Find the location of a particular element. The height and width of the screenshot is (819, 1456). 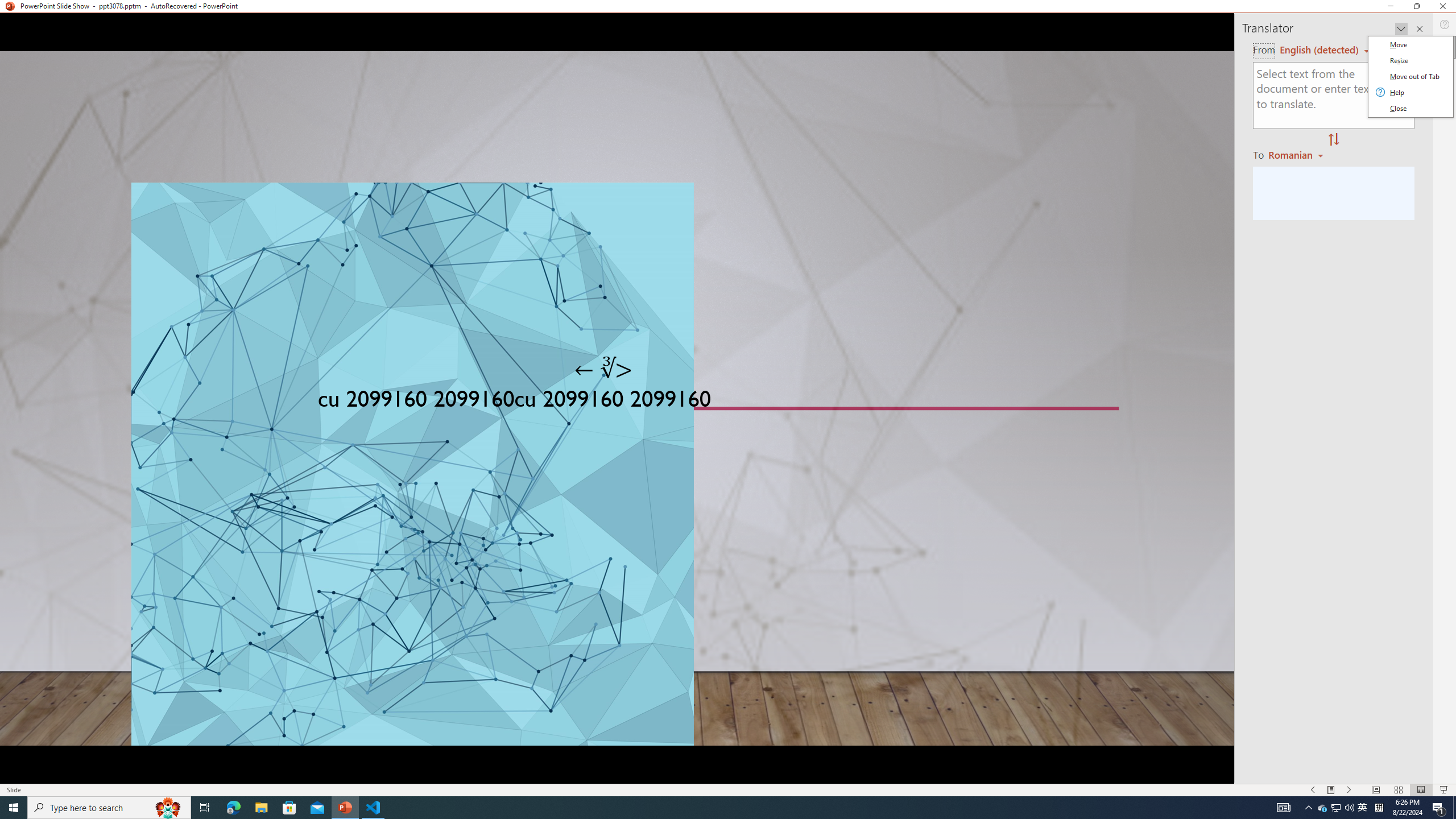

'Class: Net UI Tool Window' is located at coordinates (1409, 76).